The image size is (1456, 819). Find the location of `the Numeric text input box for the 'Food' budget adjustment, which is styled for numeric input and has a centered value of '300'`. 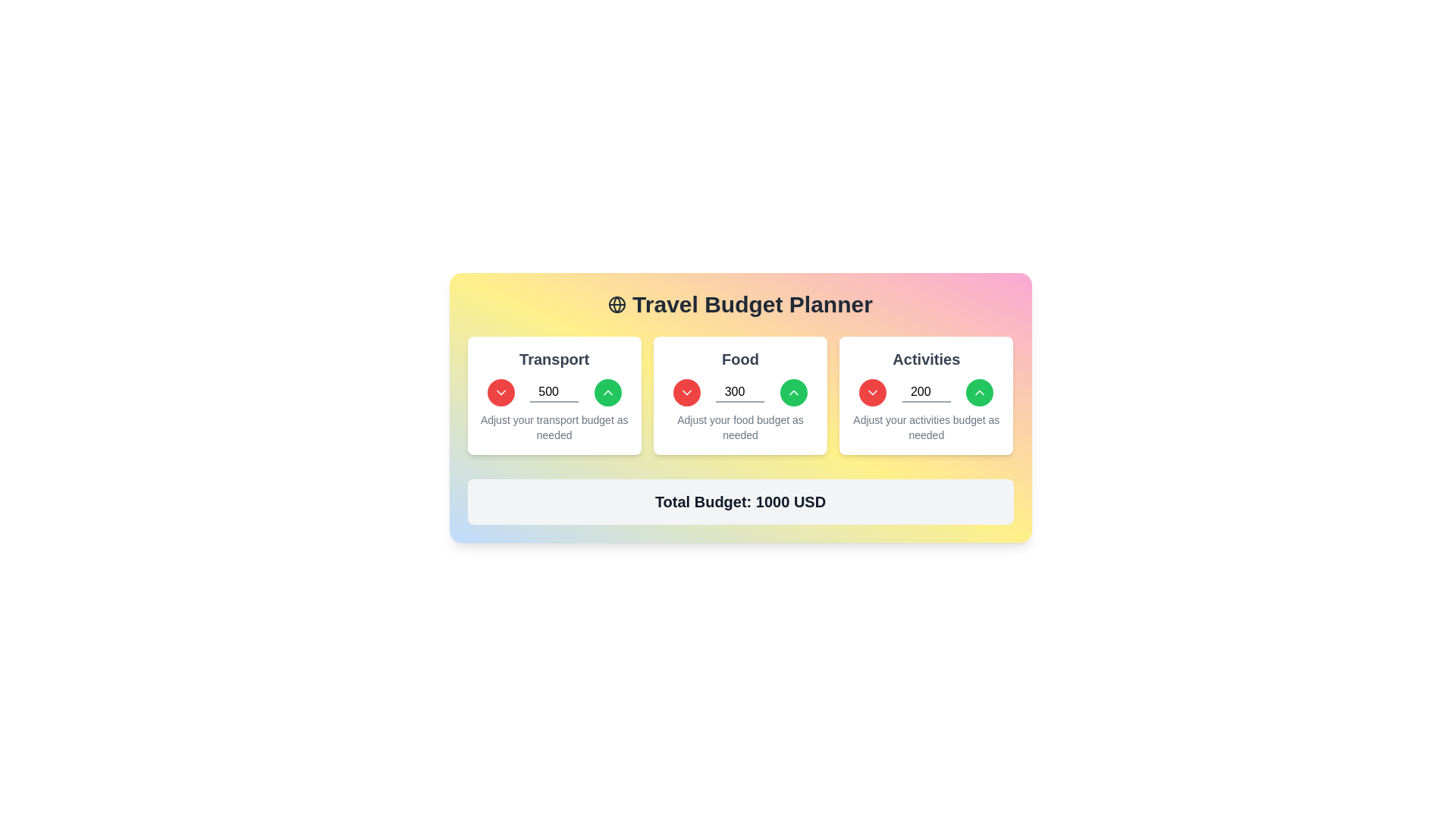

the Numeric text input box for the 'Food' budget adjustment, which is styled for numeric input and has a centered value of '300' is located at coordinates (740, 391).